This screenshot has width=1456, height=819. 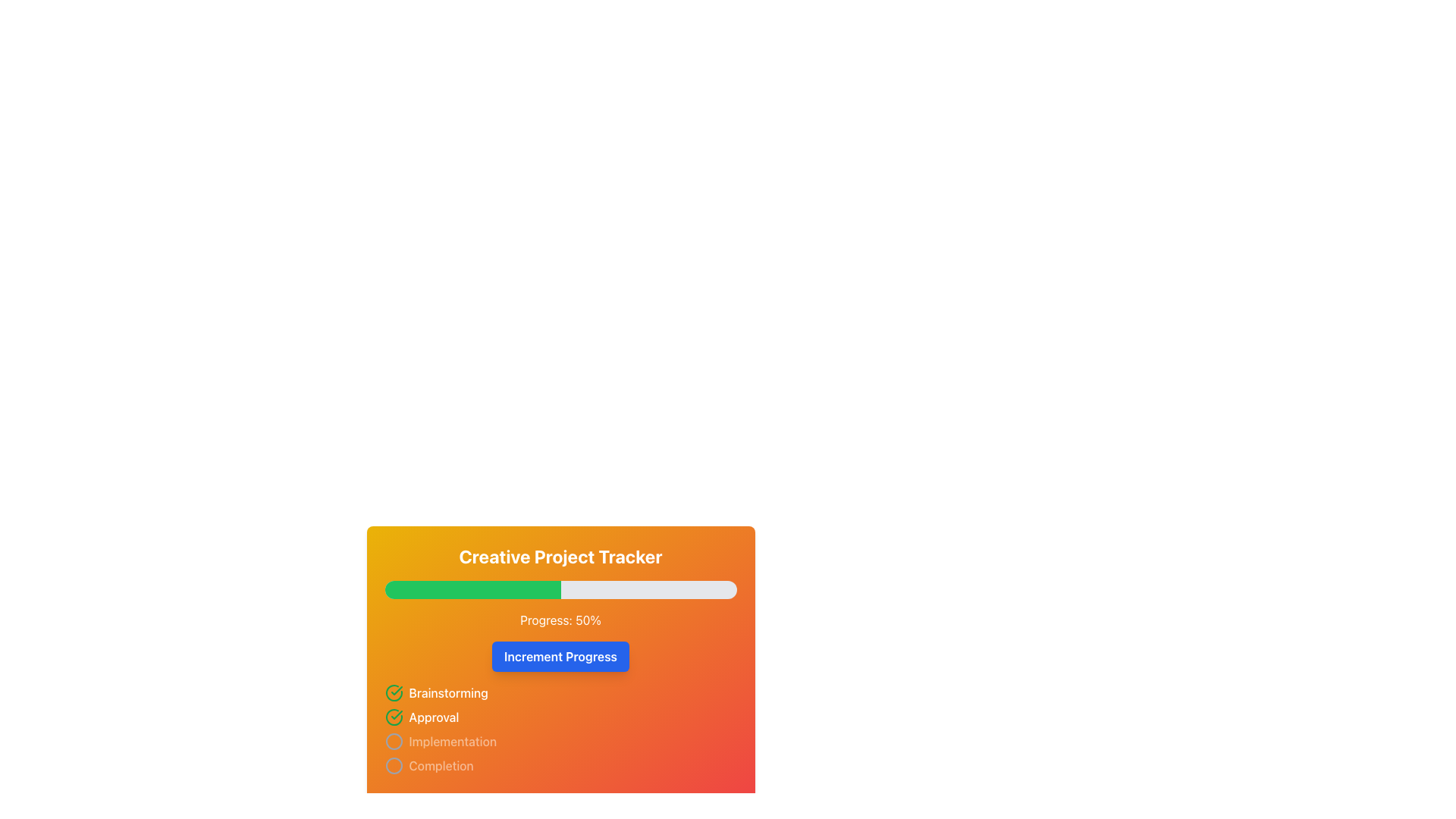 I want to click on the progress level represented by the filled portion of the progress indicator located within the gray progress bar at the top of the colored card interface, so click(x=472, y=589).